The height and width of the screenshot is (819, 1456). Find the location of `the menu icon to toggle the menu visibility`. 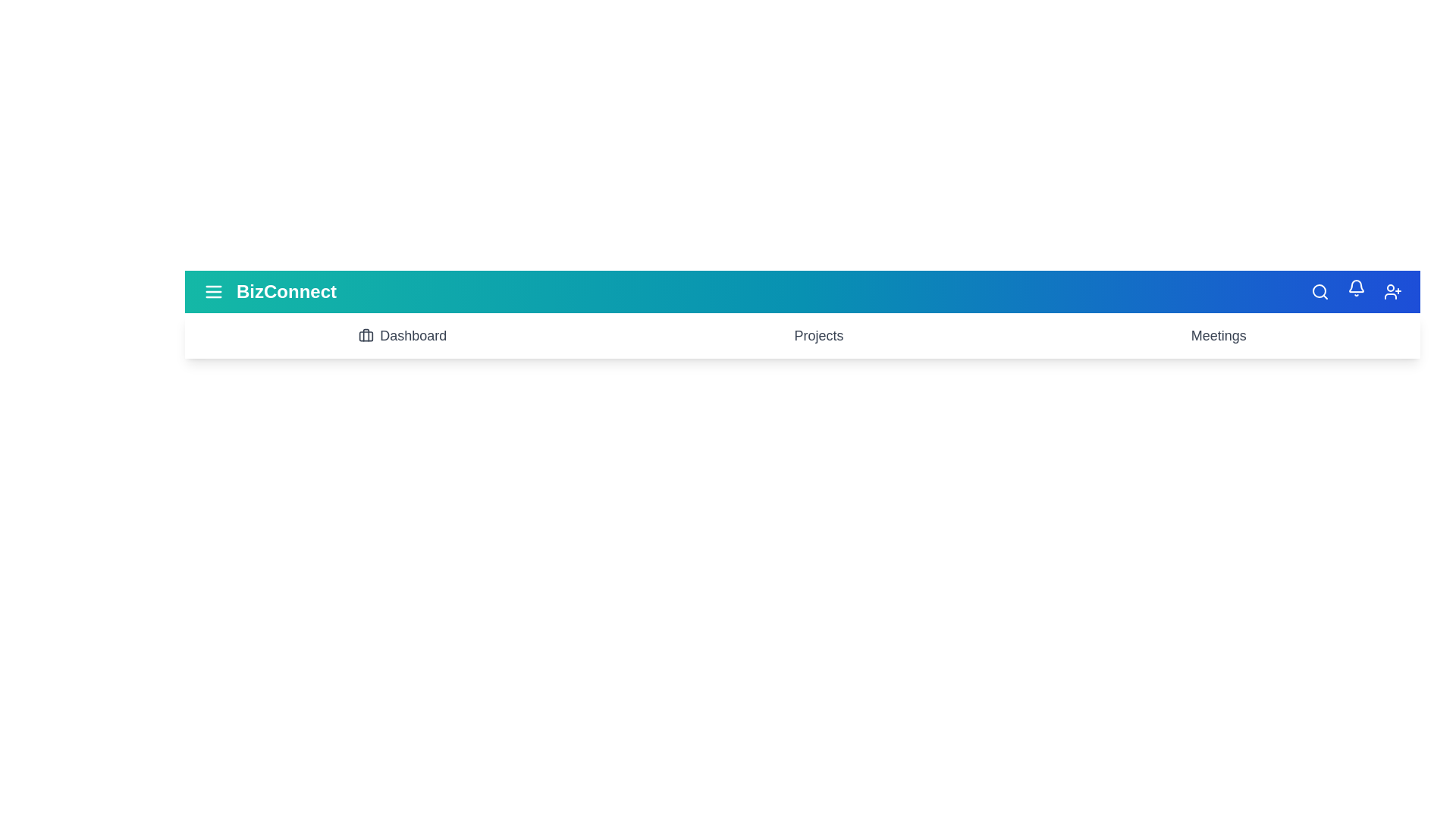

the menu icon to toggle the menu visibility is located at coordinates (213, 292).